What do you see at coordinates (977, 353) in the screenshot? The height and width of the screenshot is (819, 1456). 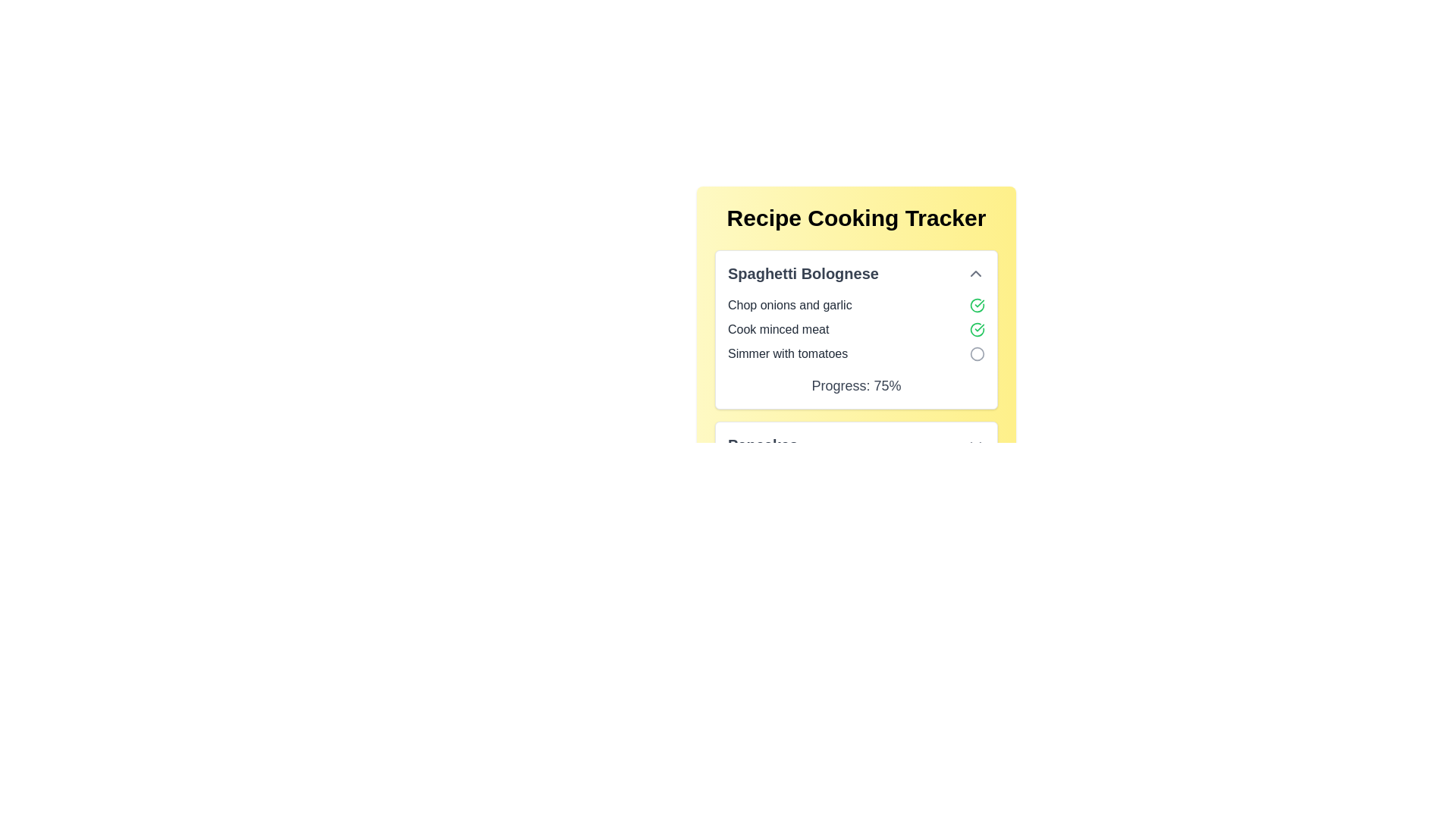 I see `the circular gray icon representing an incomplete or pending indicator, which is adjacent to the text 'Simmer with tomatoes' in the list layout` at bounding box center [977, 353].